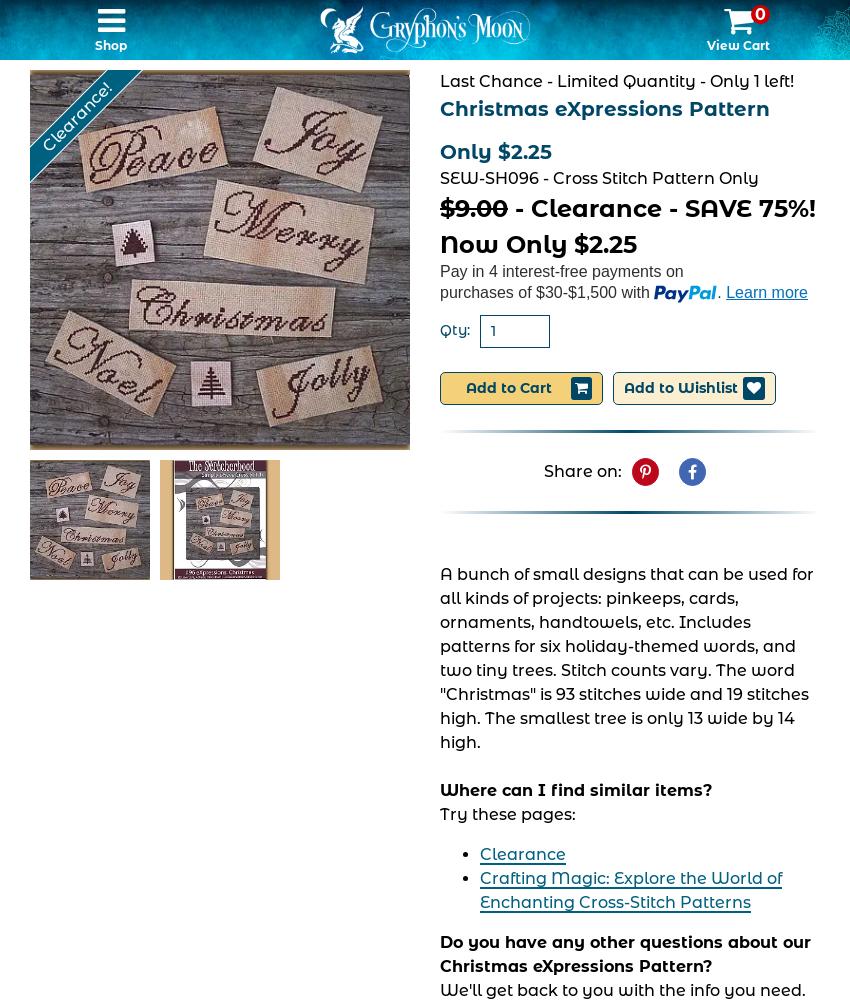  Describe the element at coordinates (438, 178) in the screenshot. I see `'SEW-SH096'` at that location.